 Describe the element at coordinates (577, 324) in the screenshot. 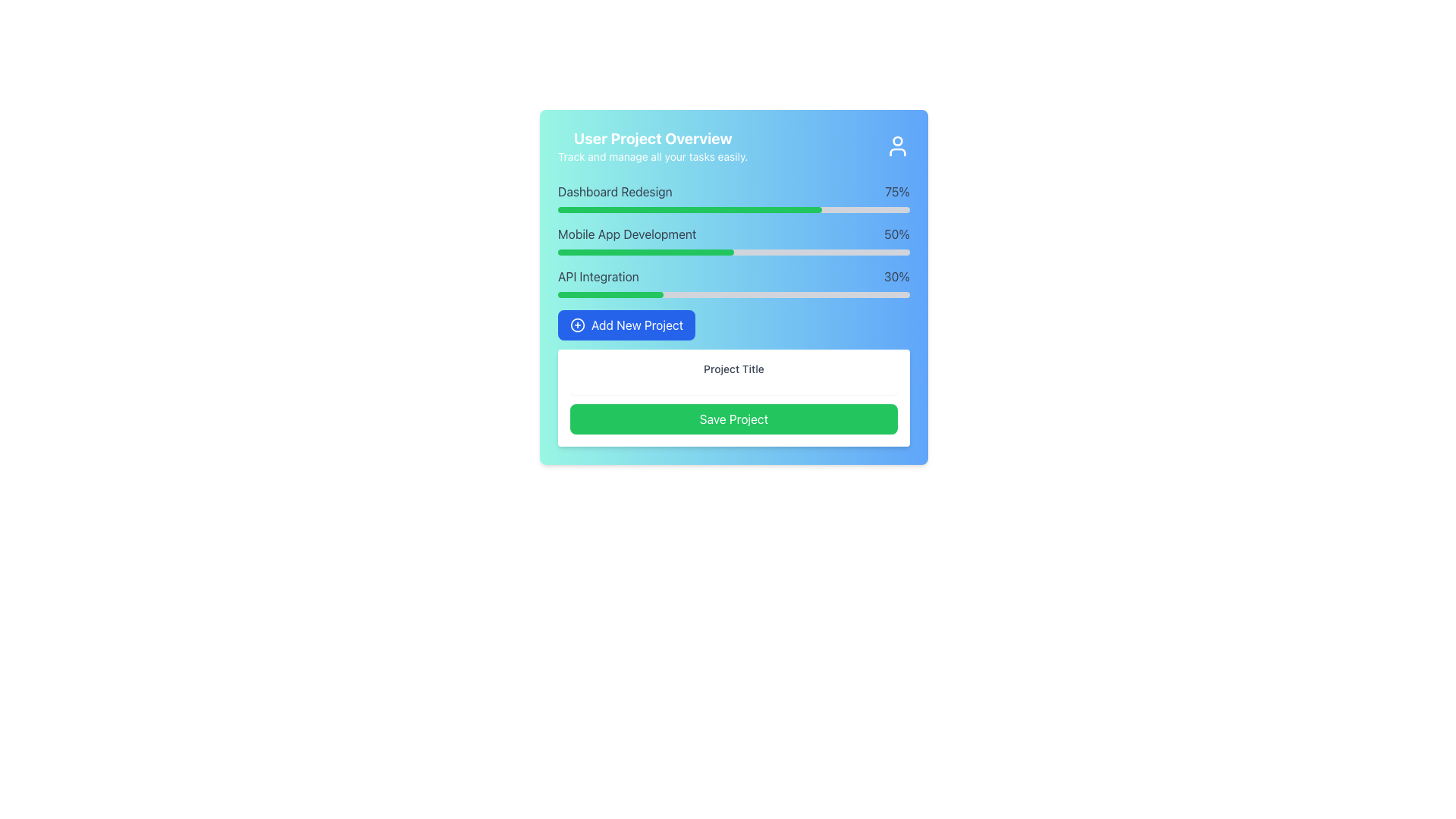

I see `the circular icon with a cross, which is positioned to the left of the 'Add New Project' text in the corresponding button` at that location.